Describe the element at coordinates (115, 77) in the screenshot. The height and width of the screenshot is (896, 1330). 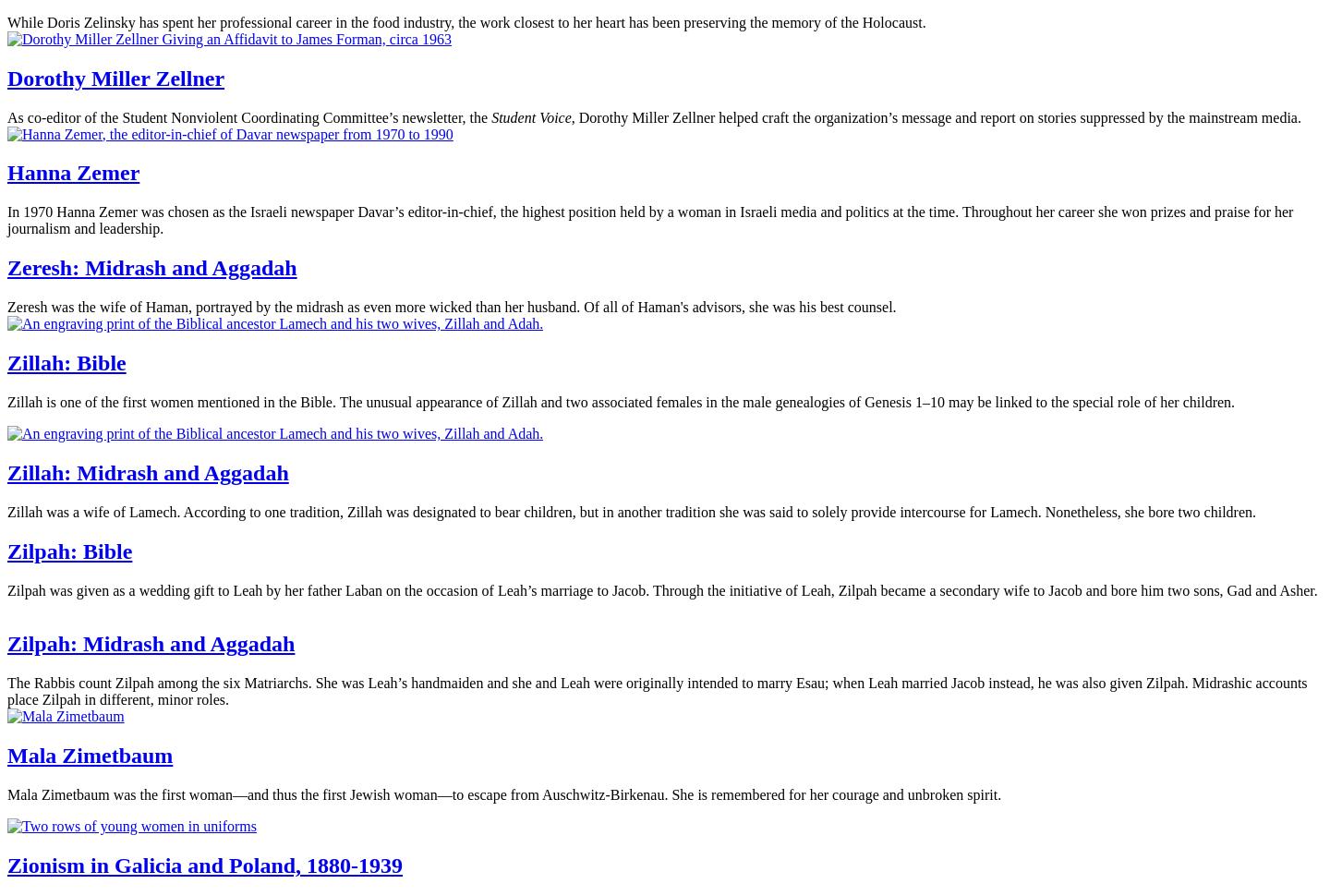
I see `'Dorothy Miller Zellner'` at that location.